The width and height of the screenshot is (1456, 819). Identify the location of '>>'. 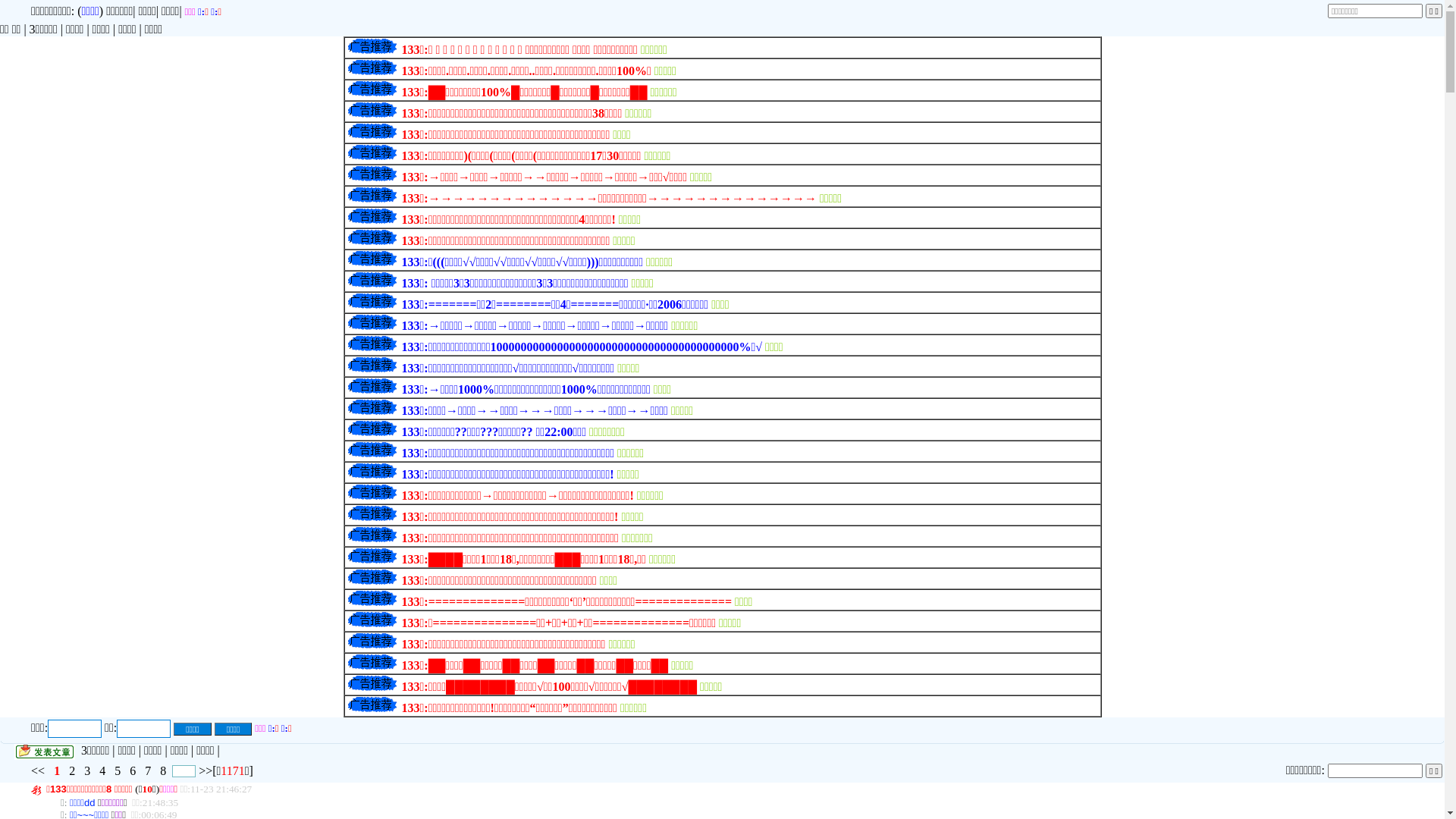
(204, 770).